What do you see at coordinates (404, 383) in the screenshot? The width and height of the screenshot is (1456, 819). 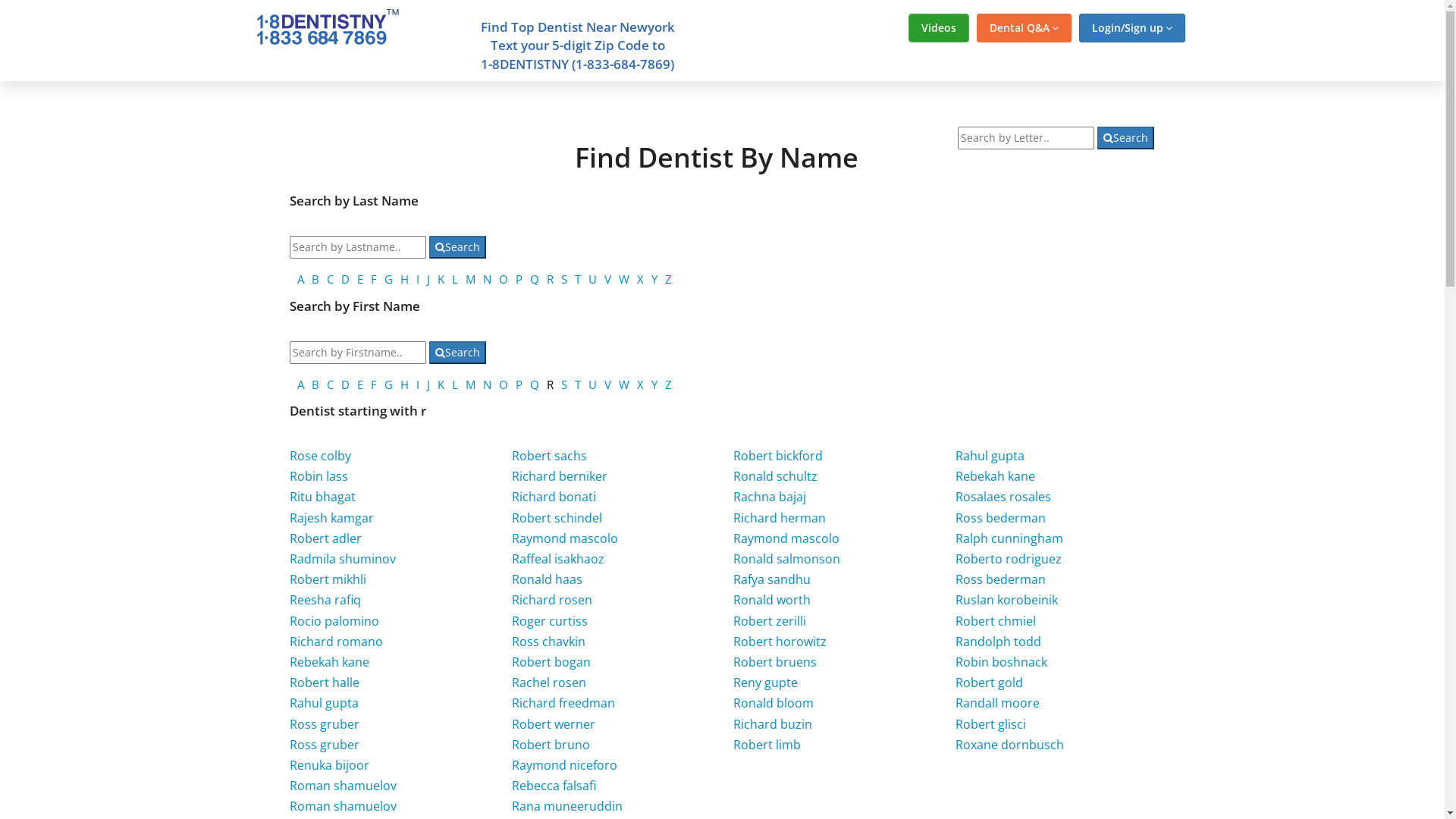 I see `'H'` at bounding box center [404, 383].